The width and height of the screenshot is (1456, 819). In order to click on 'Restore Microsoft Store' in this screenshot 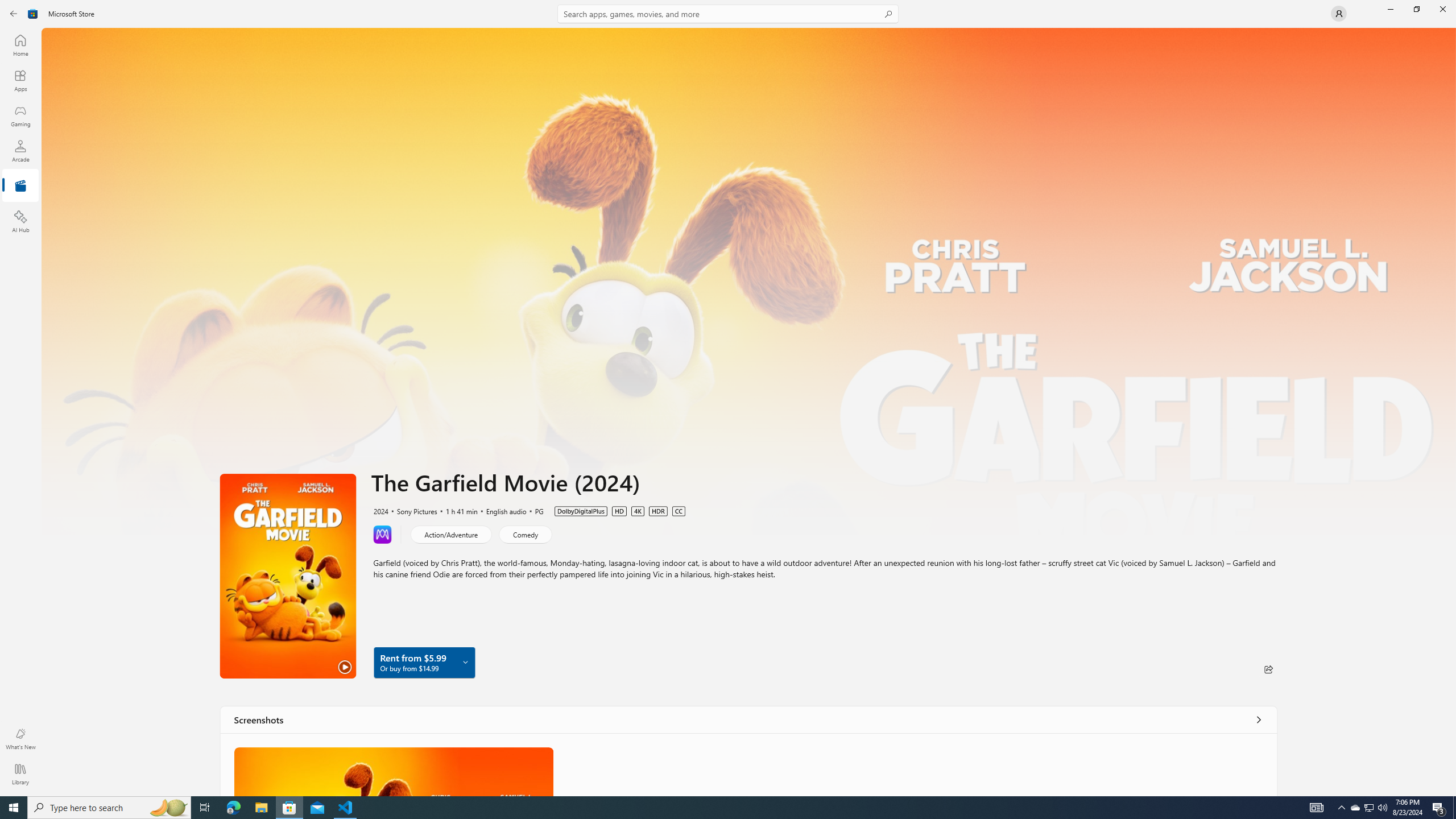, I will do `click(1416, 9)`.